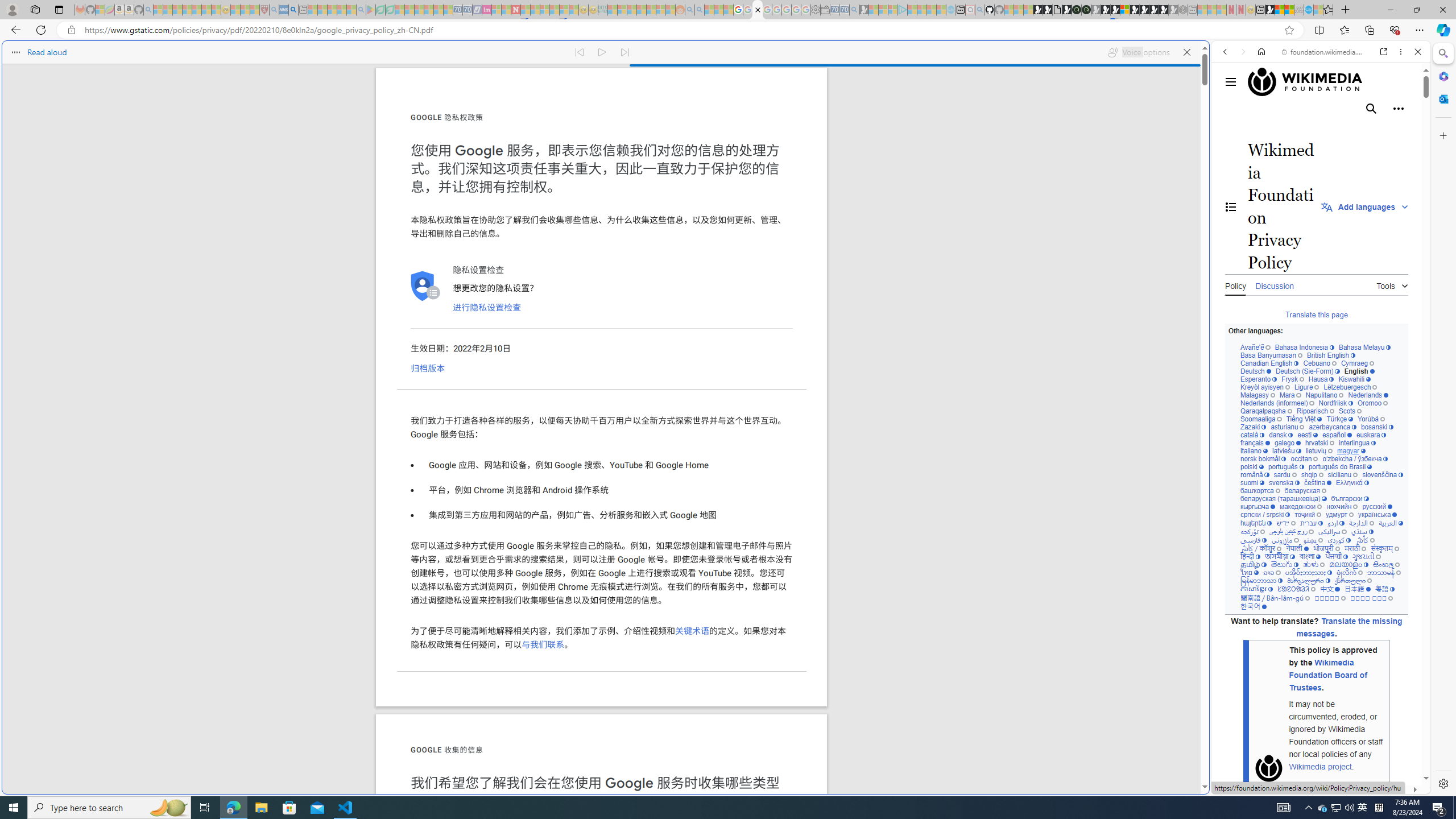 The height and width of the screenshot is (819, 1456). What do you see at coordinates (1372, 403) in the screenshot?
I see `'Oromoo'` at bounding box center [1372, 403].